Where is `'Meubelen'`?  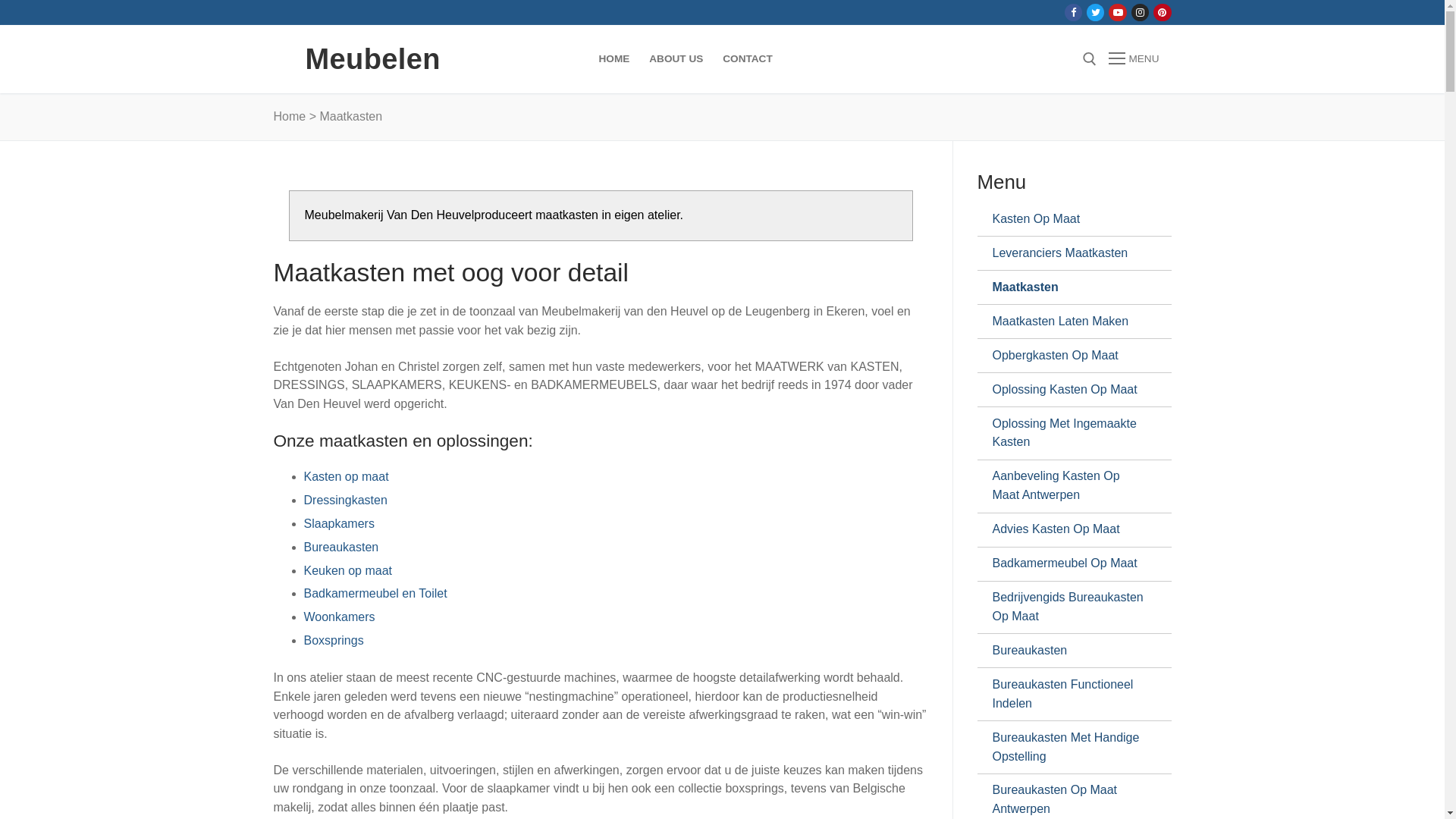 'Meubelen' is located at coordinates (372, 58).